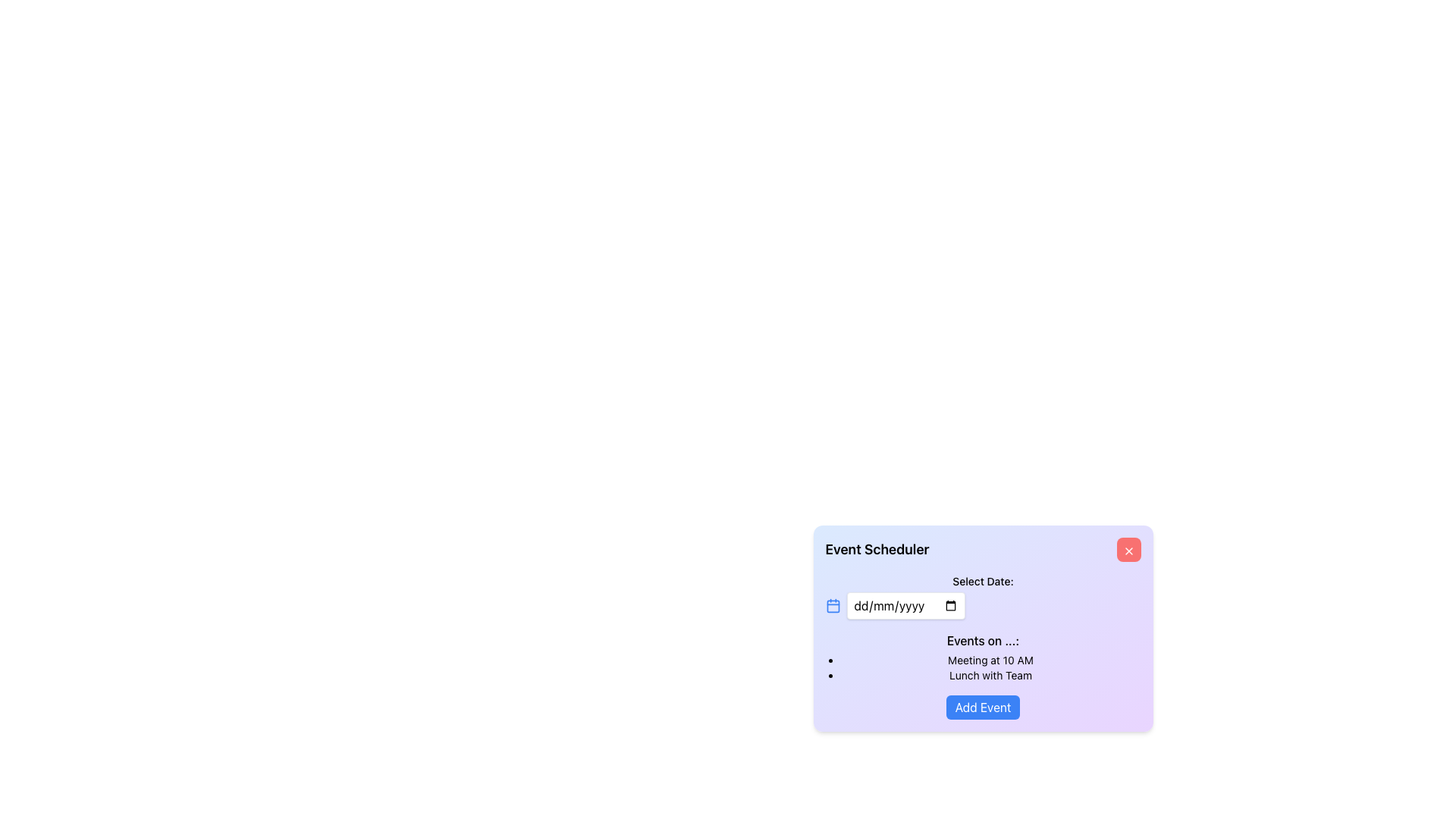  What do you see at coordinates (1128, 550) in the screenshot?
I see `the close button located in the top-right corner of the 'Event Scheduler' dialog` at bounding box center [1128, 550].